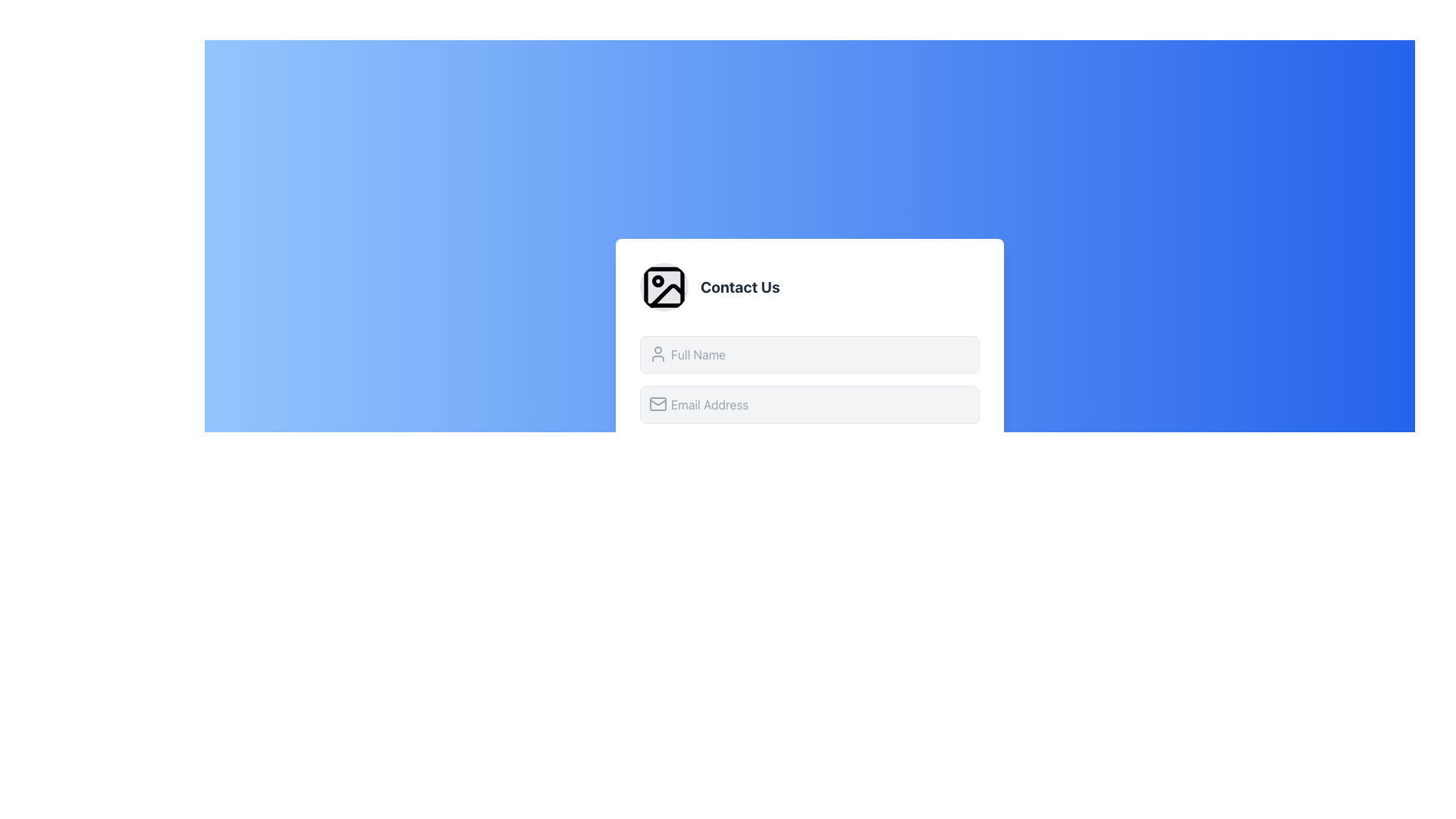 The height and width of the screenshot is (819, 1456). I want to click on the decorative icon related to the 'Contact Us' section, which is positioned to the left of the 'Contact Us' text, so click(664, 287).